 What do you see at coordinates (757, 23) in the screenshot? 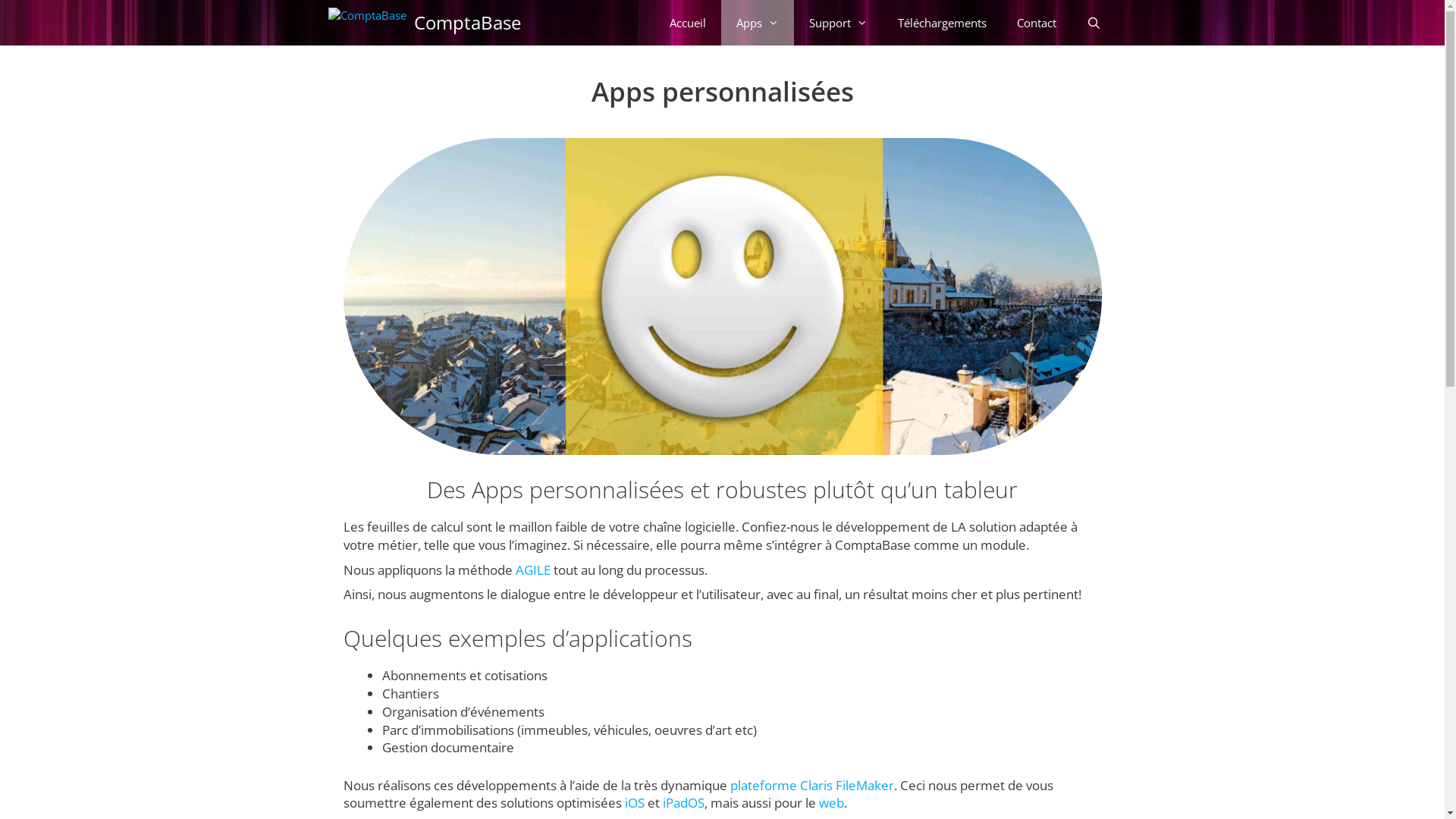
I see `'Apps'` at bounding box center [757, 23].